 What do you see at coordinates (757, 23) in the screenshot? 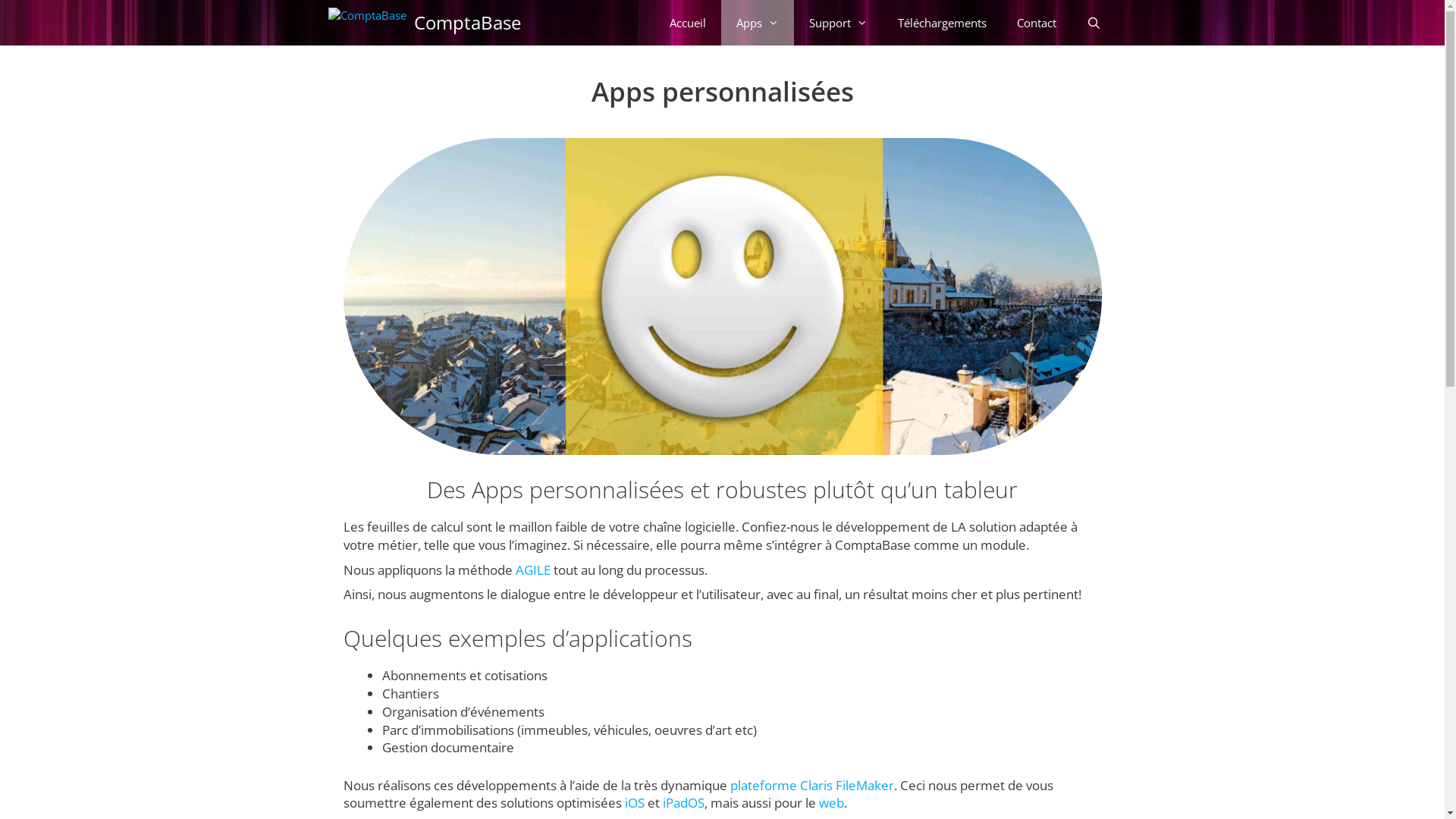
I see `'Apps'` at bounding box center [757, 23].